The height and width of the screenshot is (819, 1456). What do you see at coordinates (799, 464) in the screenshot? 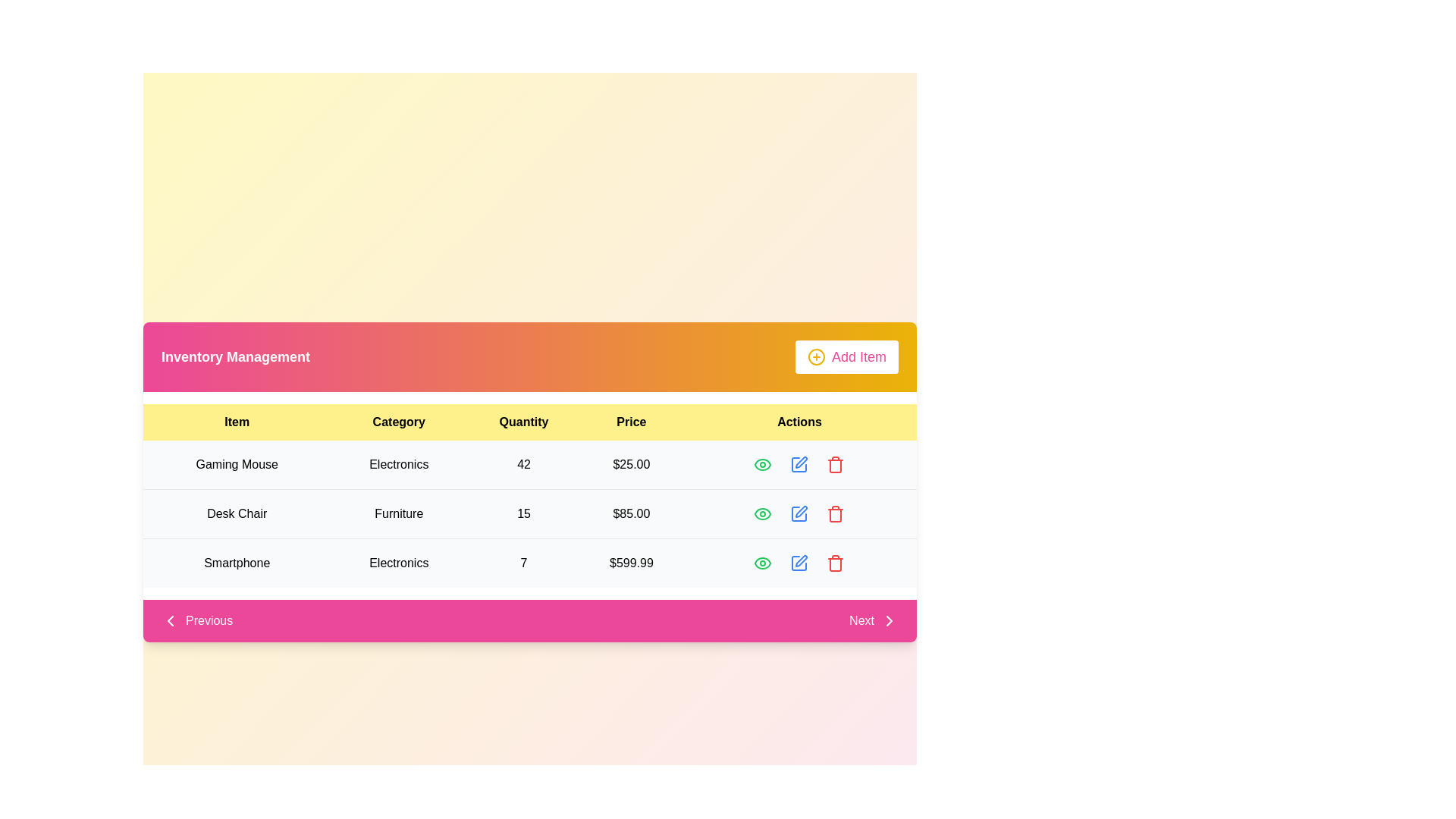
I see `the edit button, which is the second interactive icon in the 'Actions' column of the first row in the table` at bounding box center [799, 464].